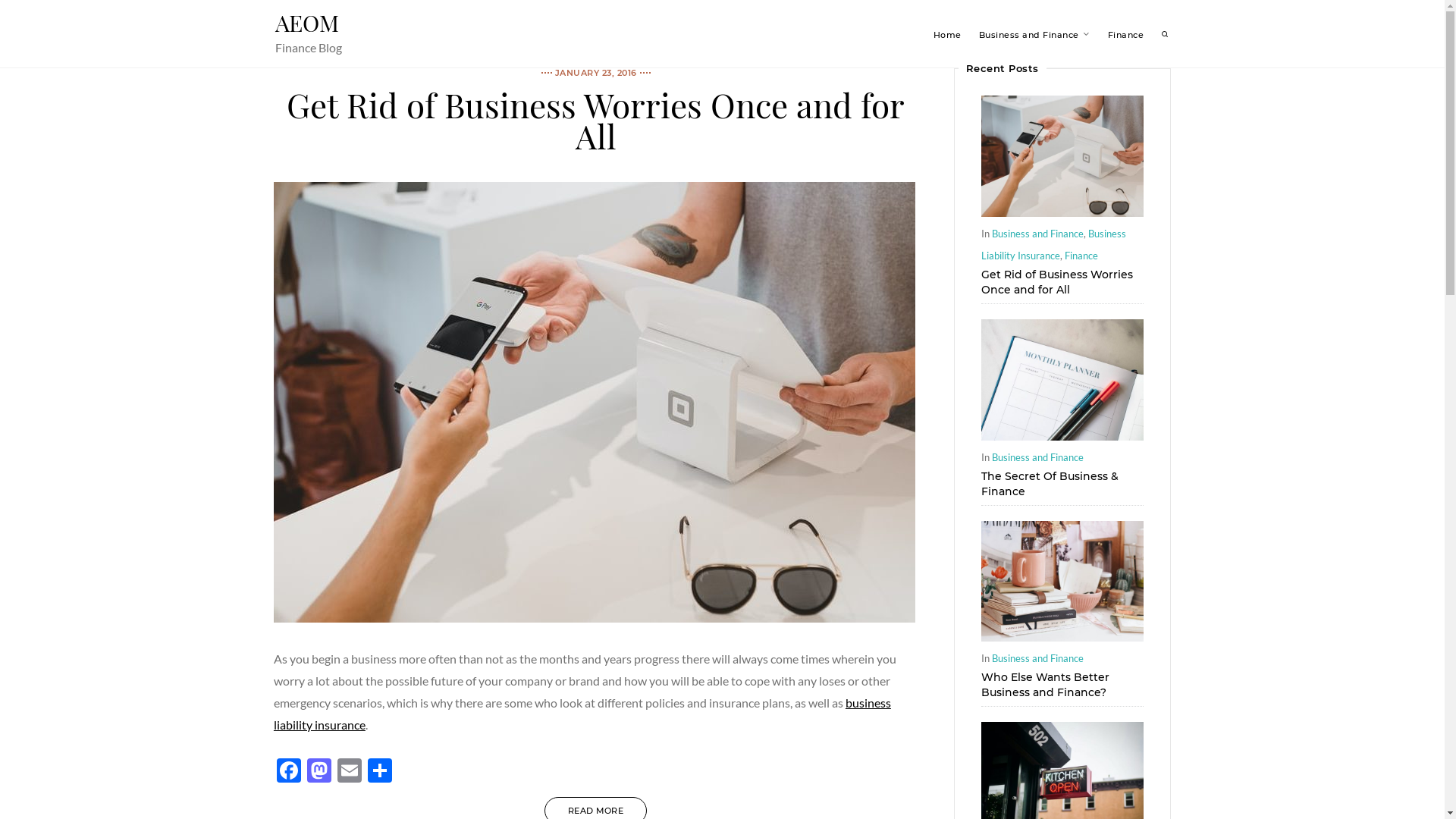 The width and height of the screenshot is (1456, 819). What do you see at coordinates (318, 772) in the screenshot?
I see `'Mastodon'` at bounding box center [318, 772].